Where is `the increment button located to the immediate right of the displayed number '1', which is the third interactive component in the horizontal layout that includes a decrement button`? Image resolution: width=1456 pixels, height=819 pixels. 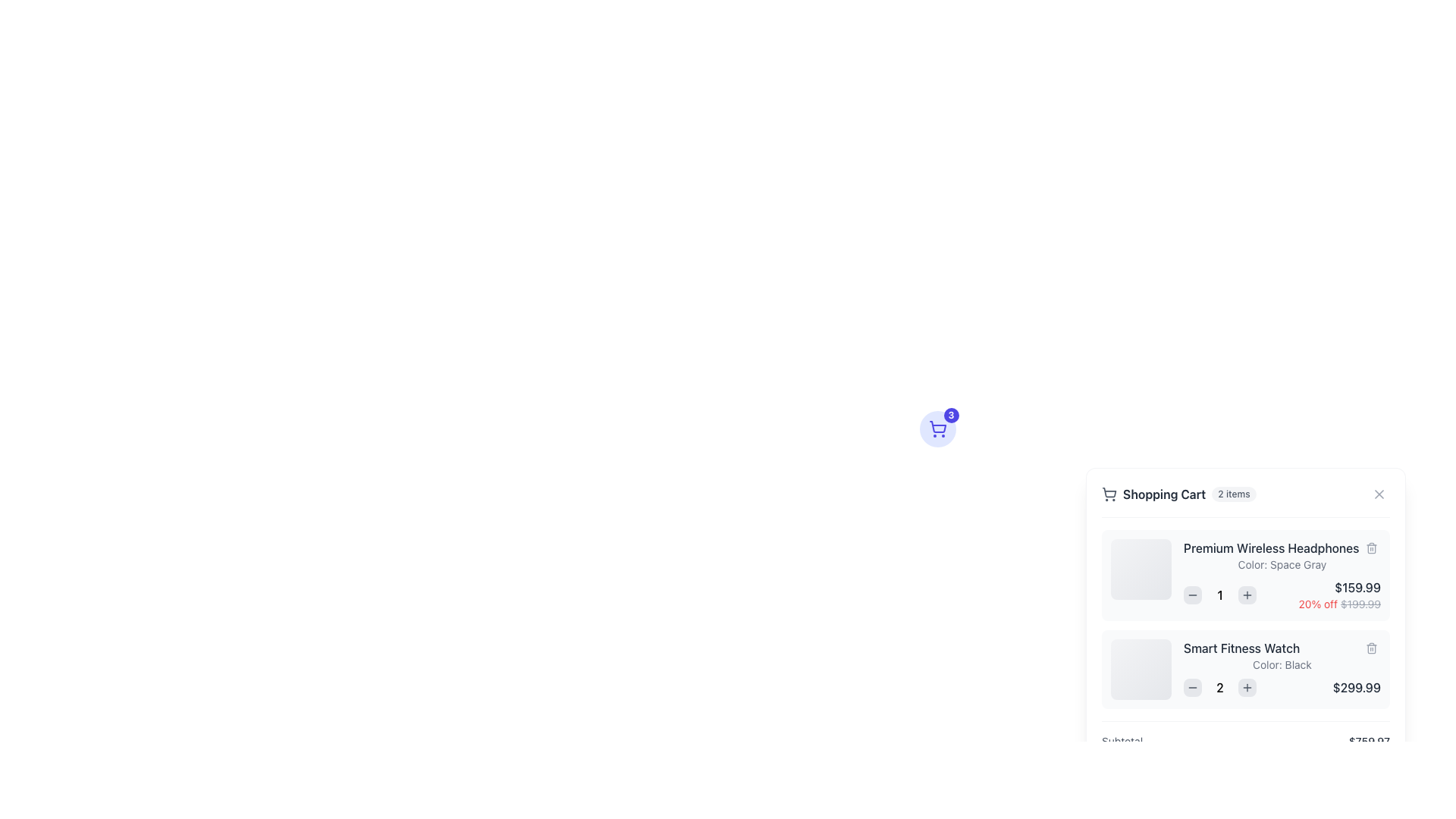
the increment button located to the immediate right of the displayed number '1', which is the third interactive component in the horizontal layout that includes a decrement button is located at coordinates (1247, 595).